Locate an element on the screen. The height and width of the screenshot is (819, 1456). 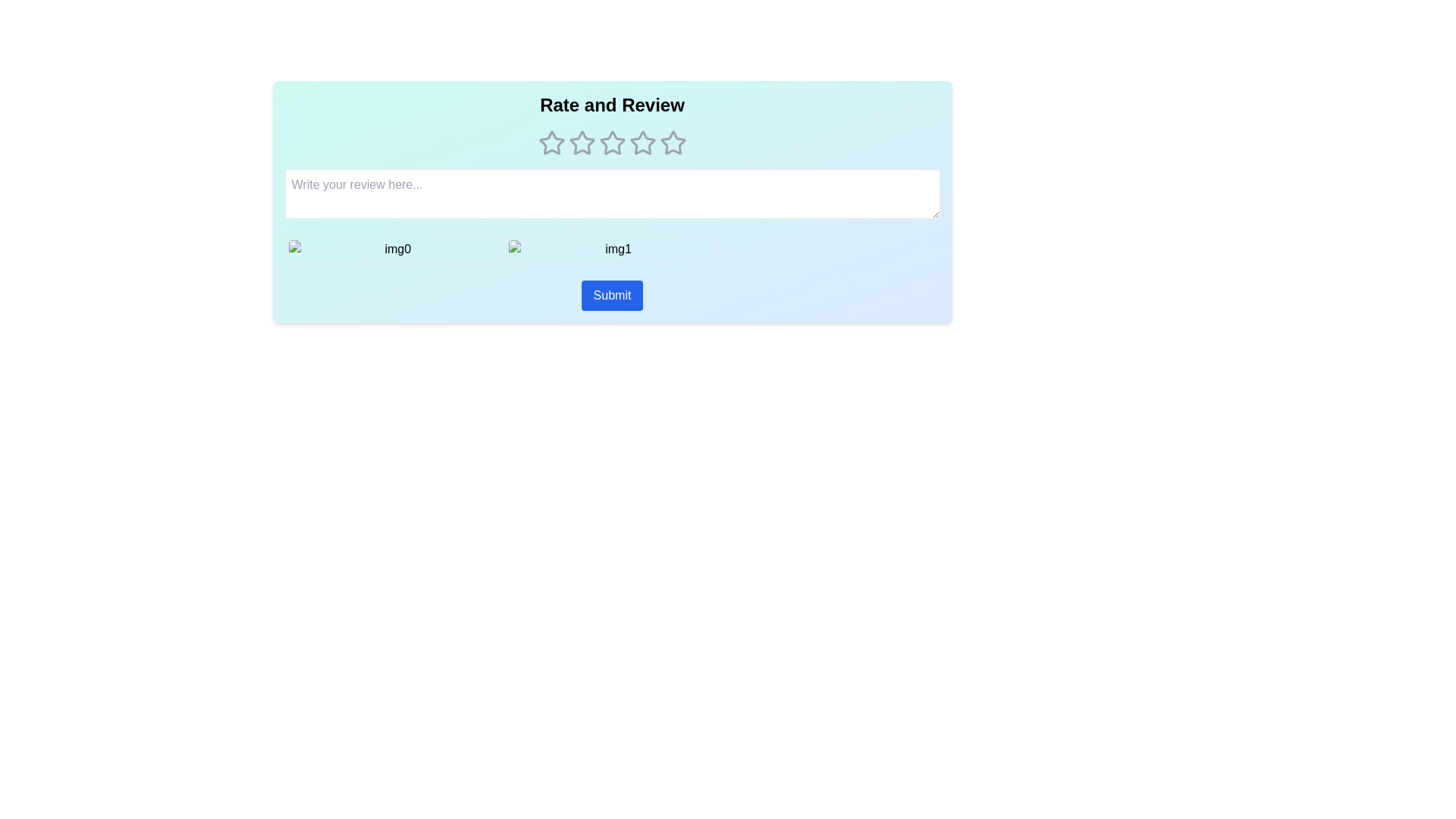
the star corresponding to 1 stars to preview the rating is located at coordinates (551, 143).